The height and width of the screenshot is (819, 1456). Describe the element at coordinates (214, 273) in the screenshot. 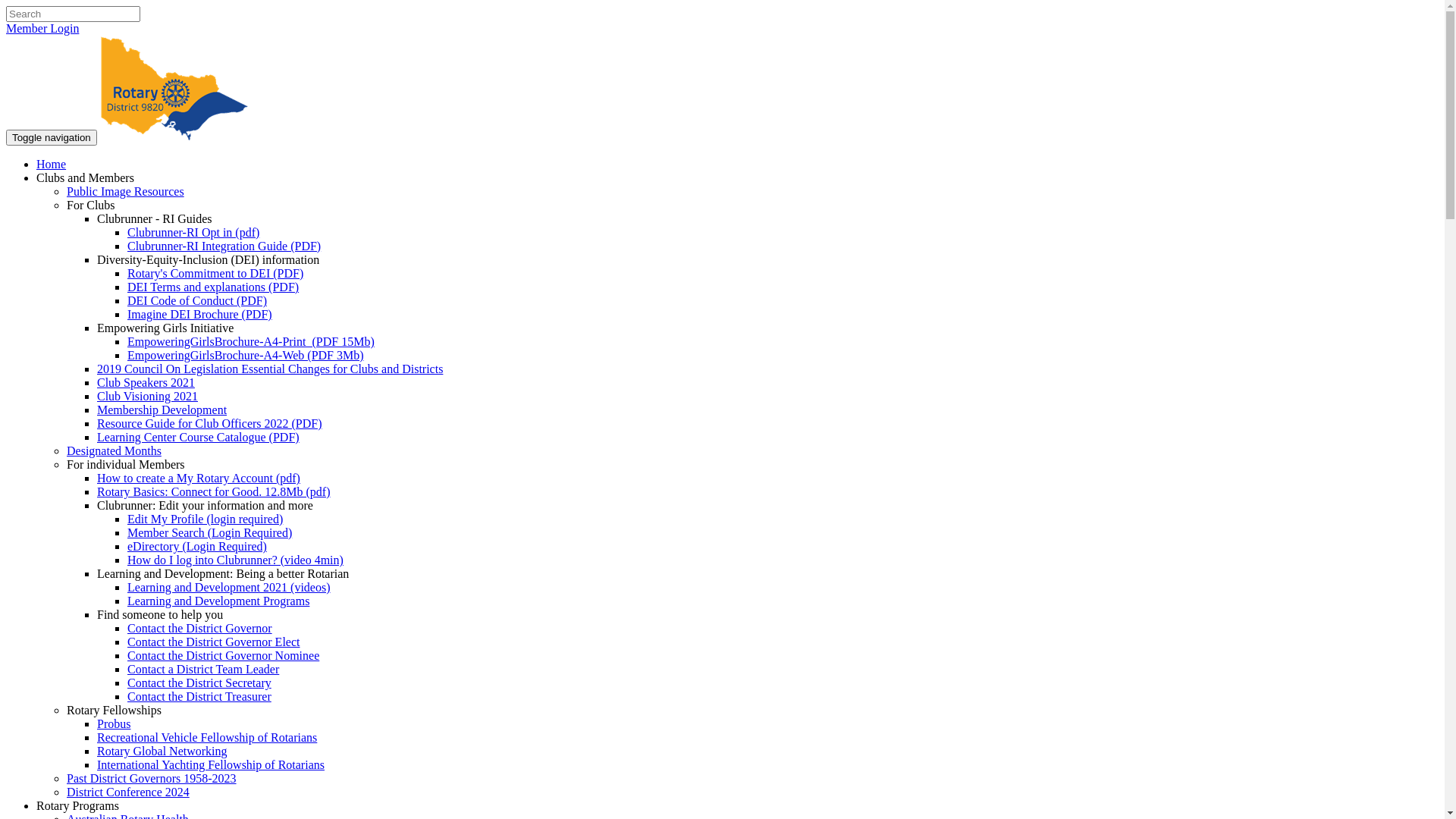

I see `'Rotary's Commitment to DEI (PDF)'` at that location.